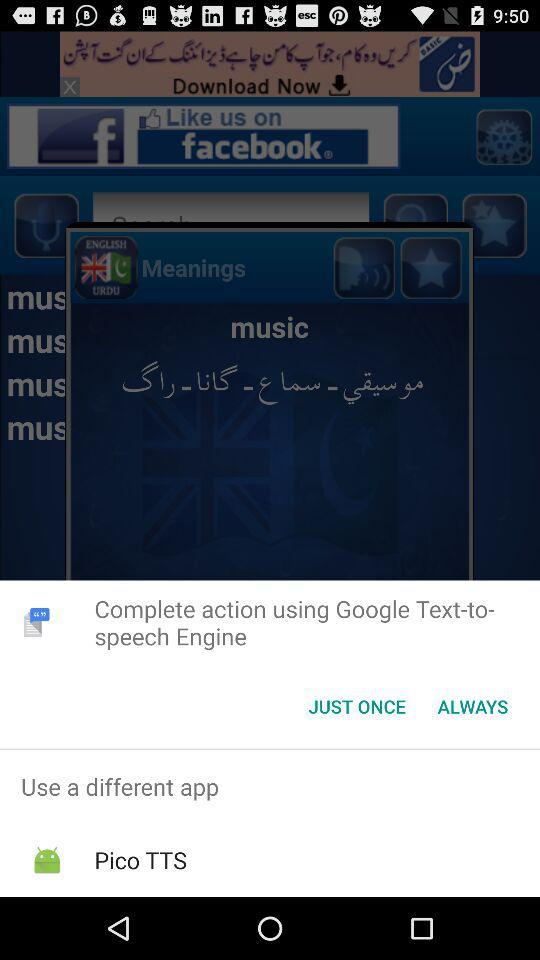 The height and width of the screenshot is (960, 540). I want to click on pico tts item, so click(139, 859).